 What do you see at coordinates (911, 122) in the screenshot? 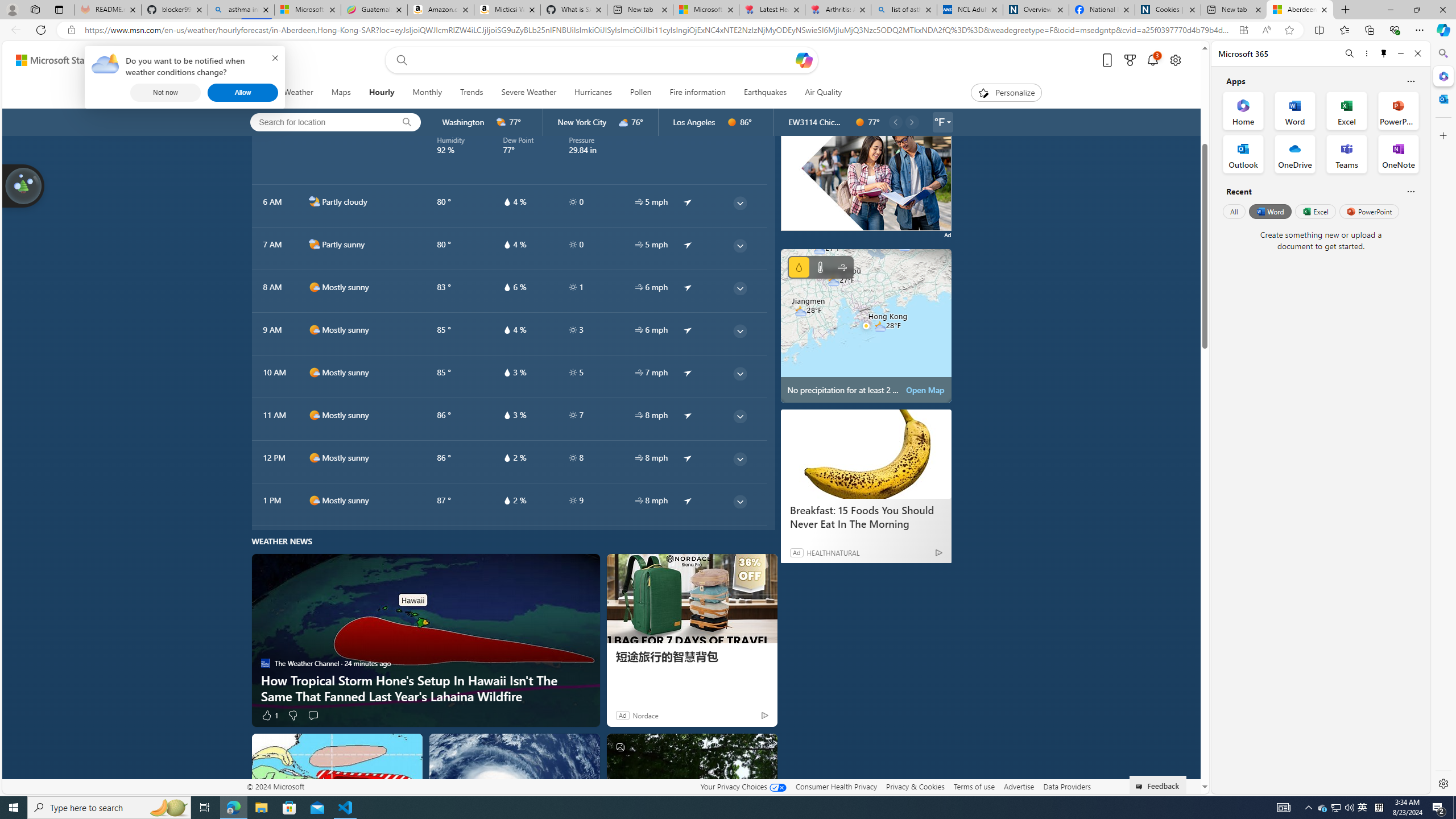
I see `'common/carouselChevron'` at bounding box center [911, 122].